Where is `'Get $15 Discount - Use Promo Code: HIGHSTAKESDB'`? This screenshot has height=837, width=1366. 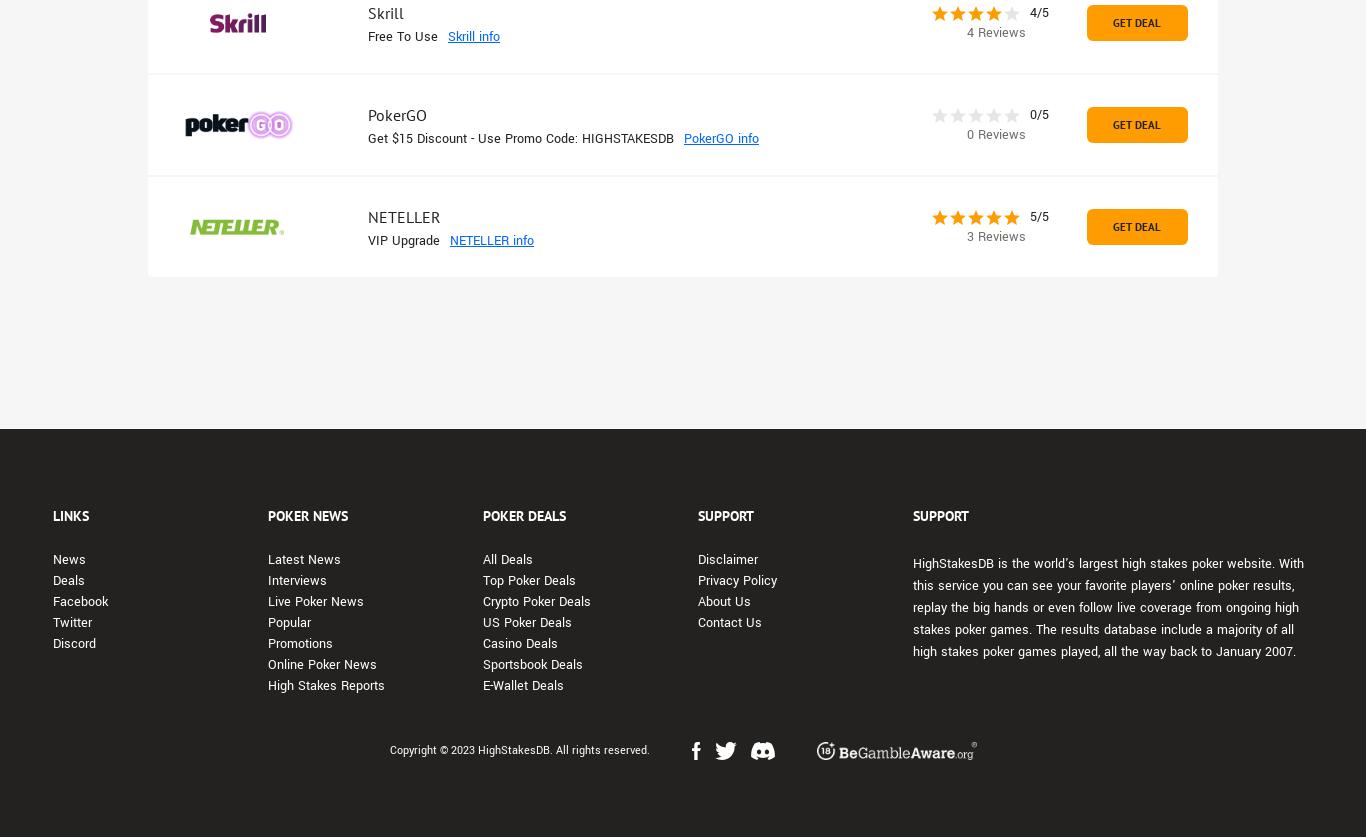
'Get $15 Discount - Use Promo Code: HIGHSTAKESDB' is located at coordinates (520, 139).